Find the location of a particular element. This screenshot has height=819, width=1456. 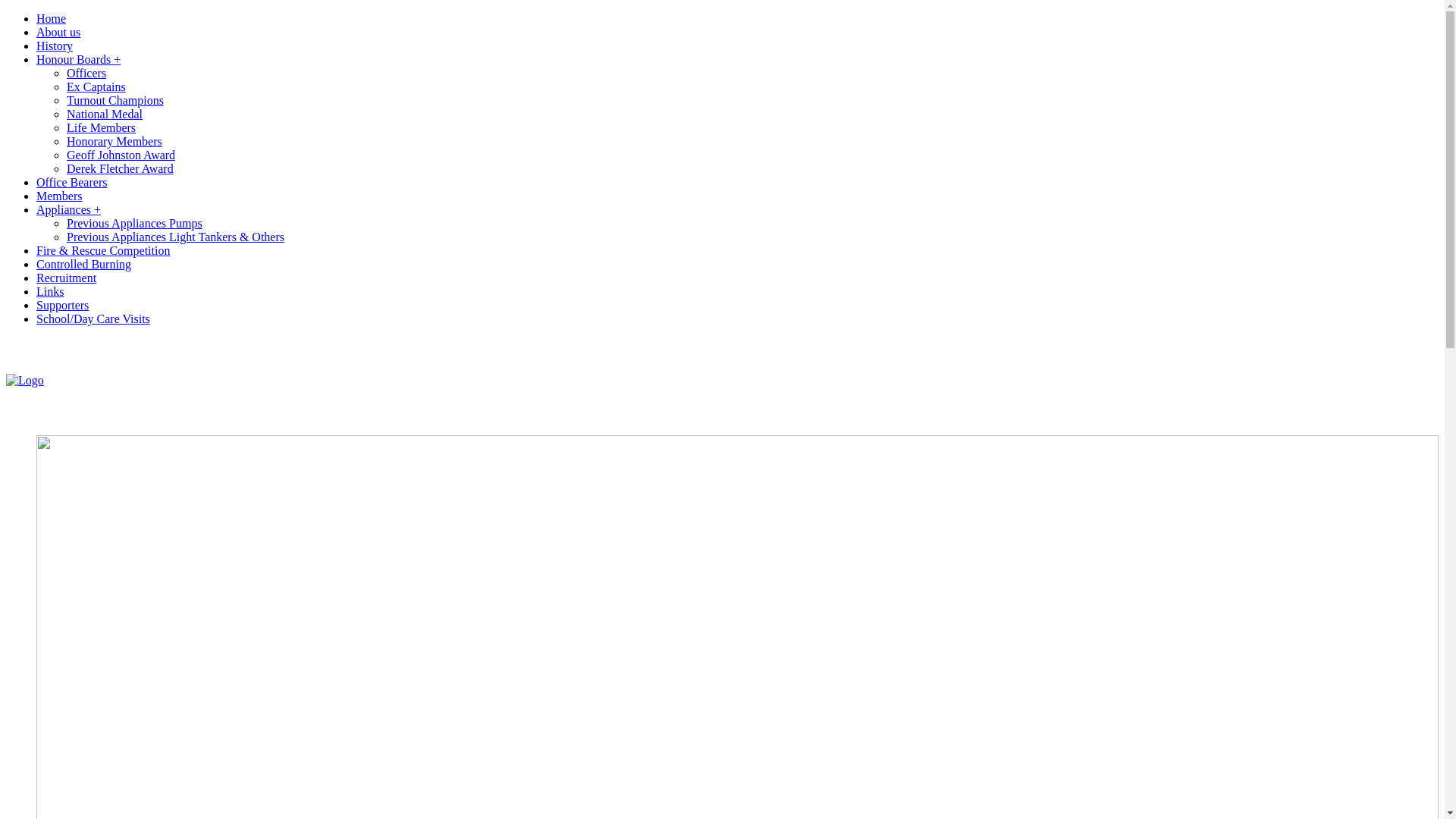

'Honorary Members' is located at coordinates (113, 141).